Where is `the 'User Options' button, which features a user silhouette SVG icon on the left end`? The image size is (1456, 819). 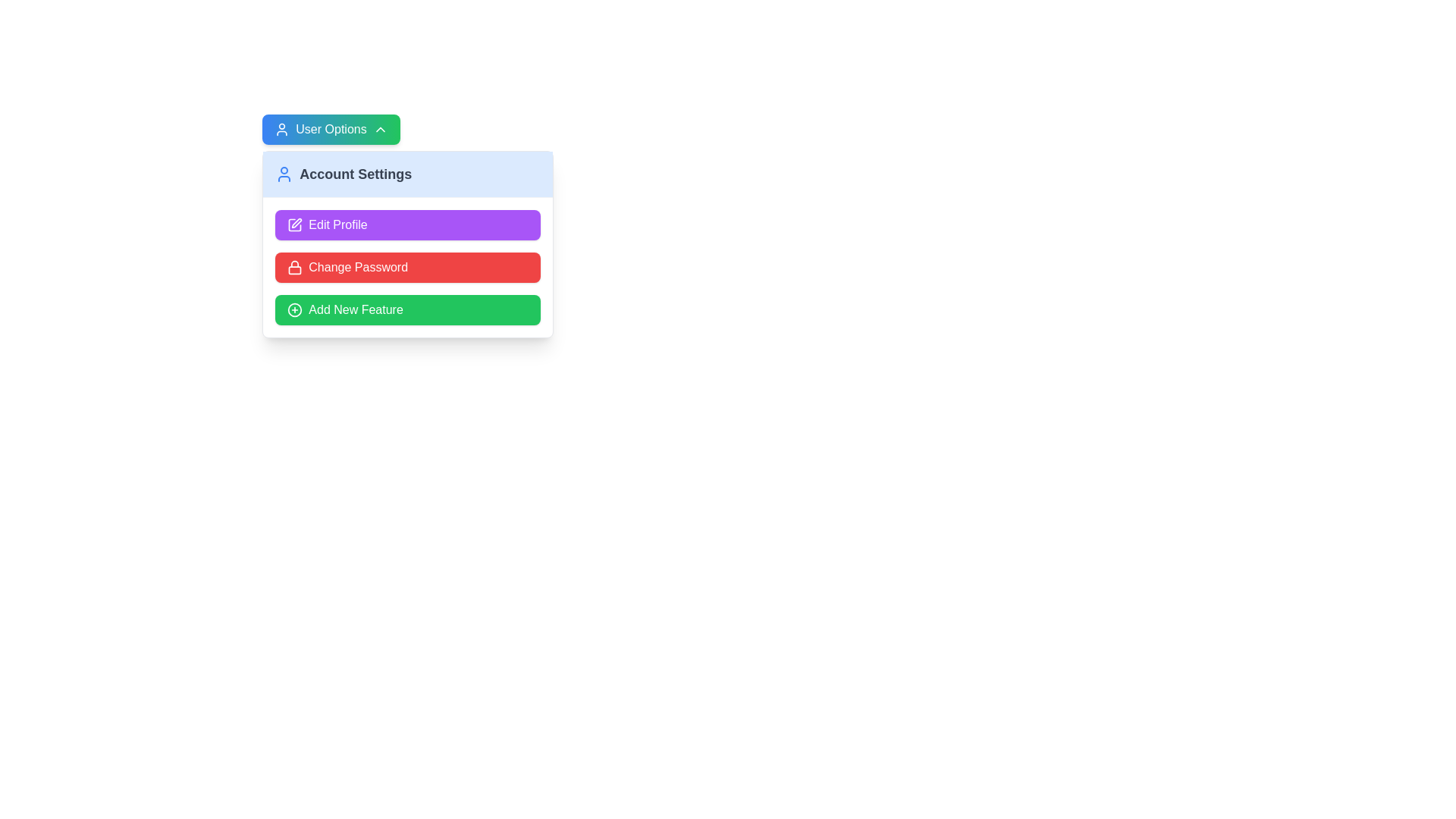 the 'User Options' button, which features a user silhouette SVG icon on the left end is located at coordinates (282, 128).